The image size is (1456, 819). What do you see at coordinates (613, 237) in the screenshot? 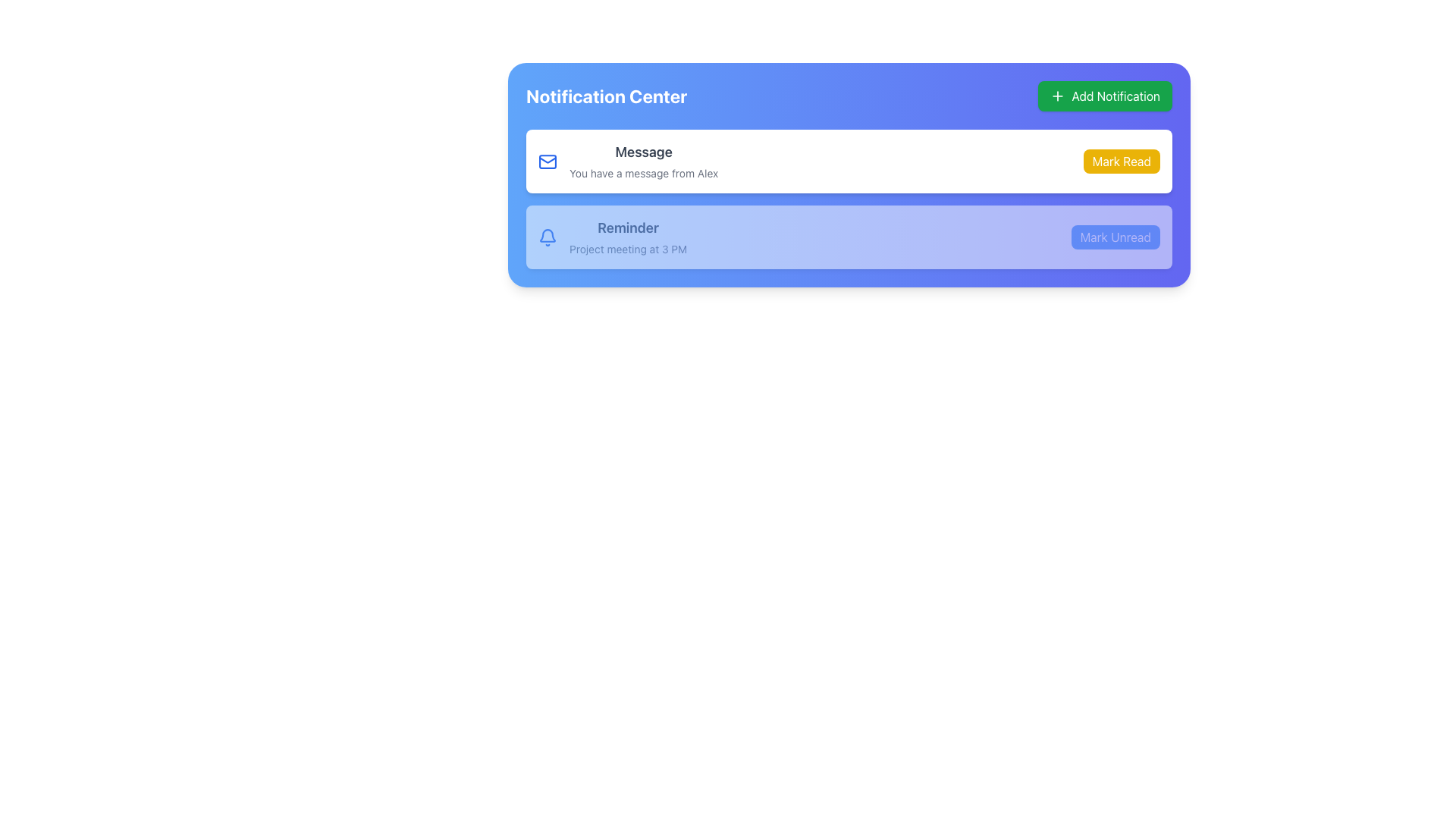
I see `the Notification Item that displays 'Reminder' in bold and 'Project meeting at 3 PM' in gray, located in the second row of the notification group` at bounding box center [613, 237].